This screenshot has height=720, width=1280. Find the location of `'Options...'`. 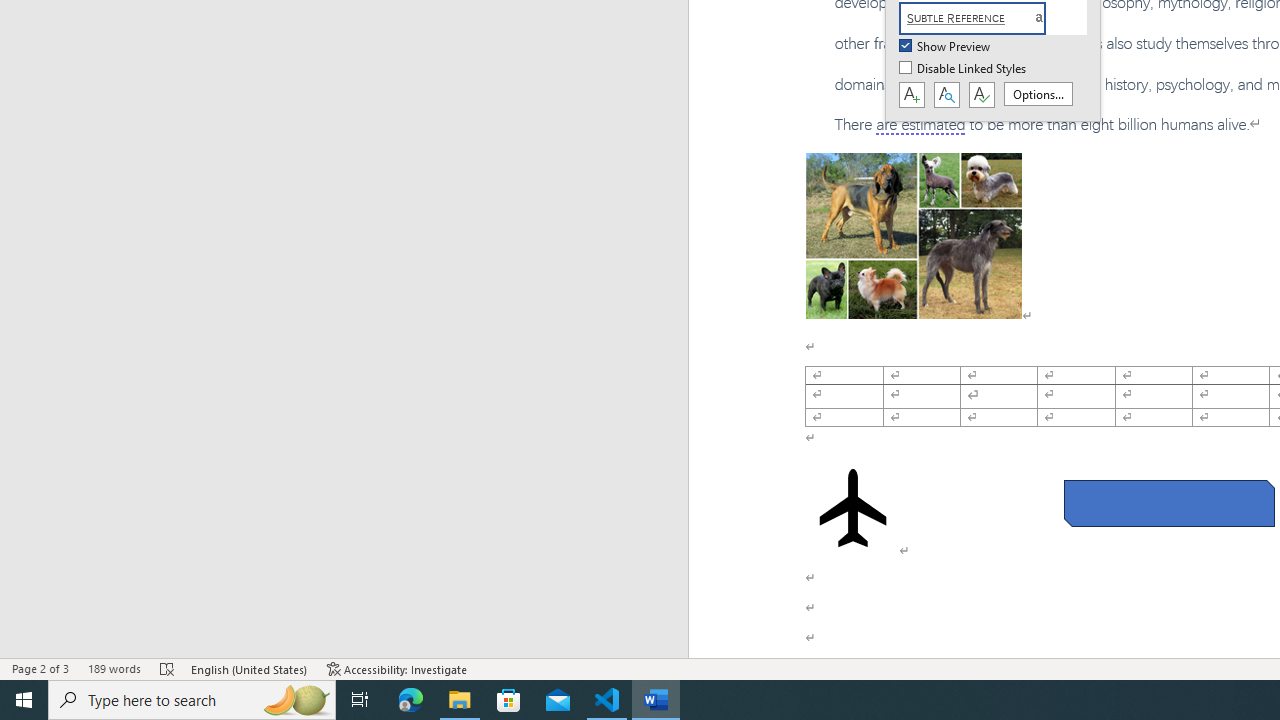

'Options...' is located at coordinates (1038, 93).